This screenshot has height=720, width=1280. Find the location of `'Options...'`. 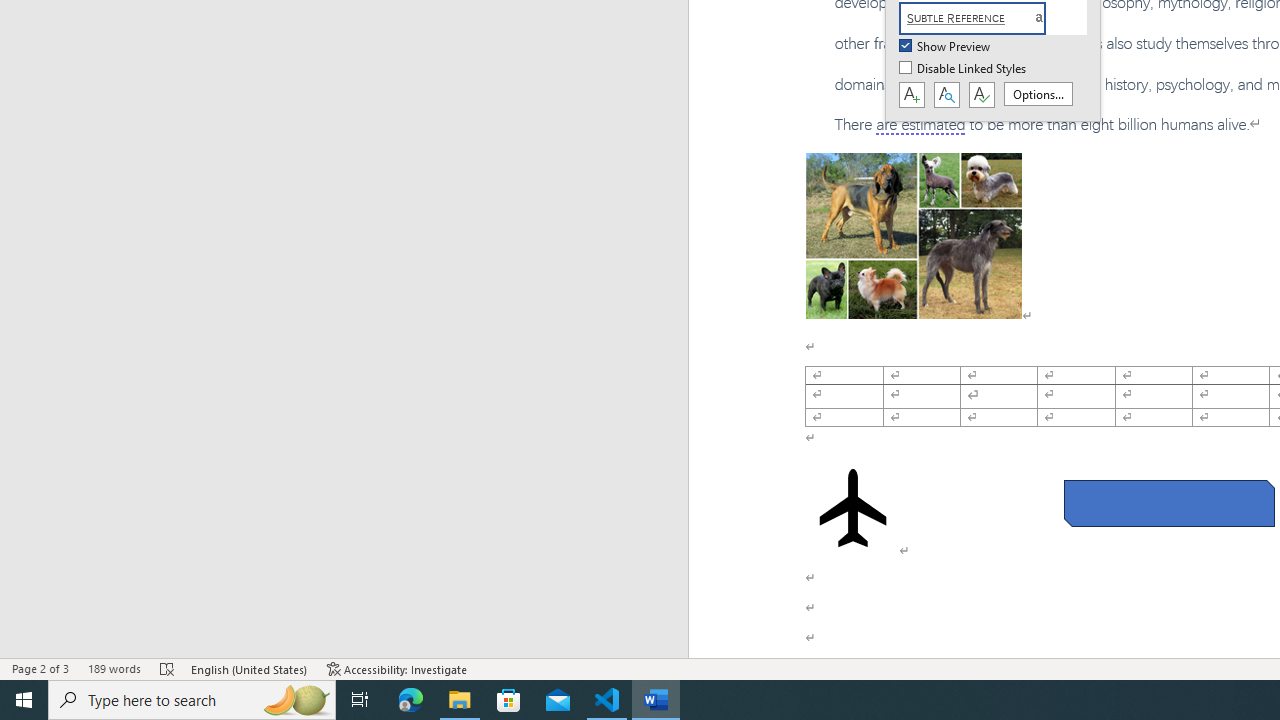

'Options...' is located at coordinates (1038, 93).